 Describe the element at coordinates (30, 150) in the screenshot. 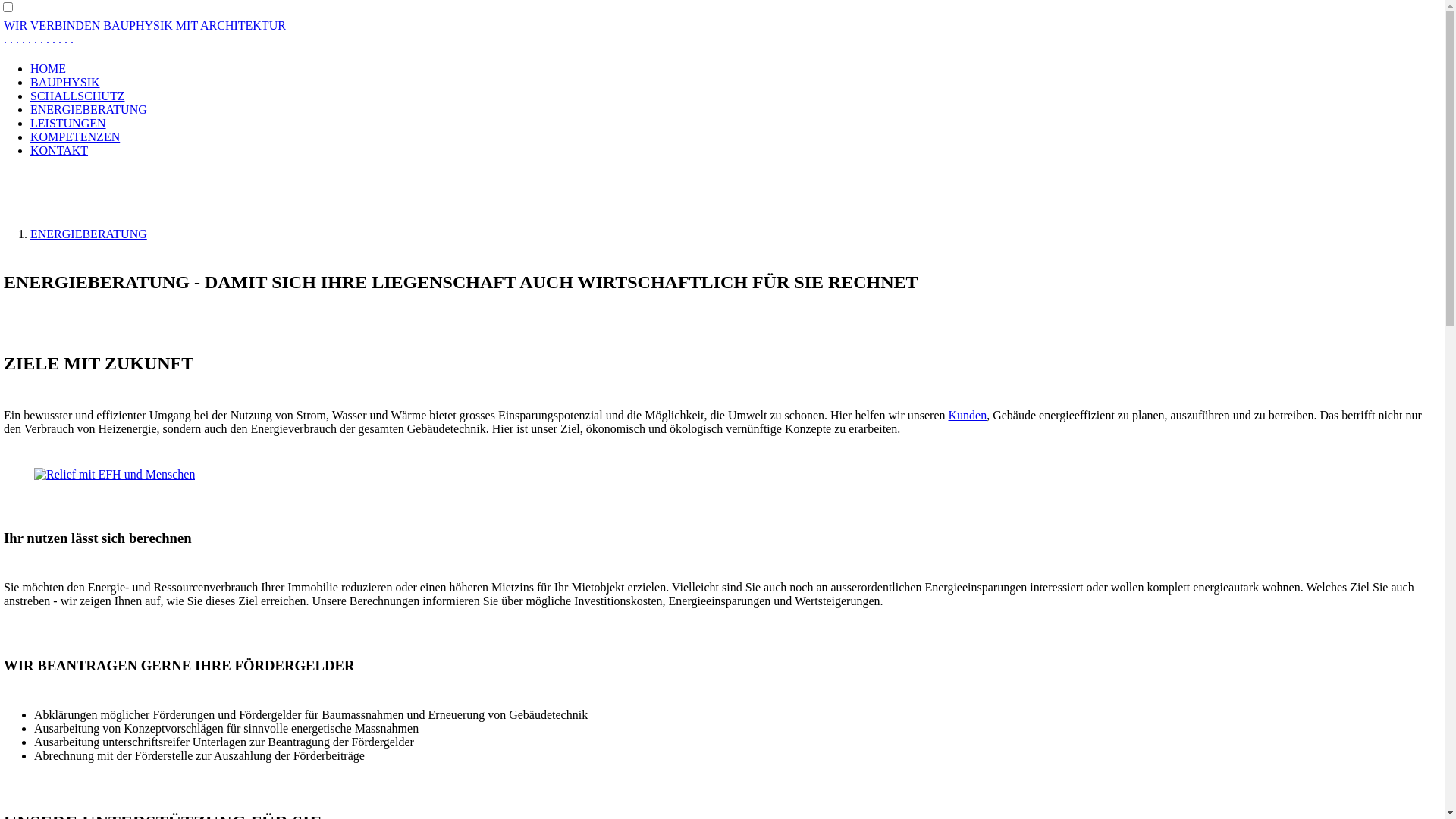

I see `'KONTAKT'` at that location.